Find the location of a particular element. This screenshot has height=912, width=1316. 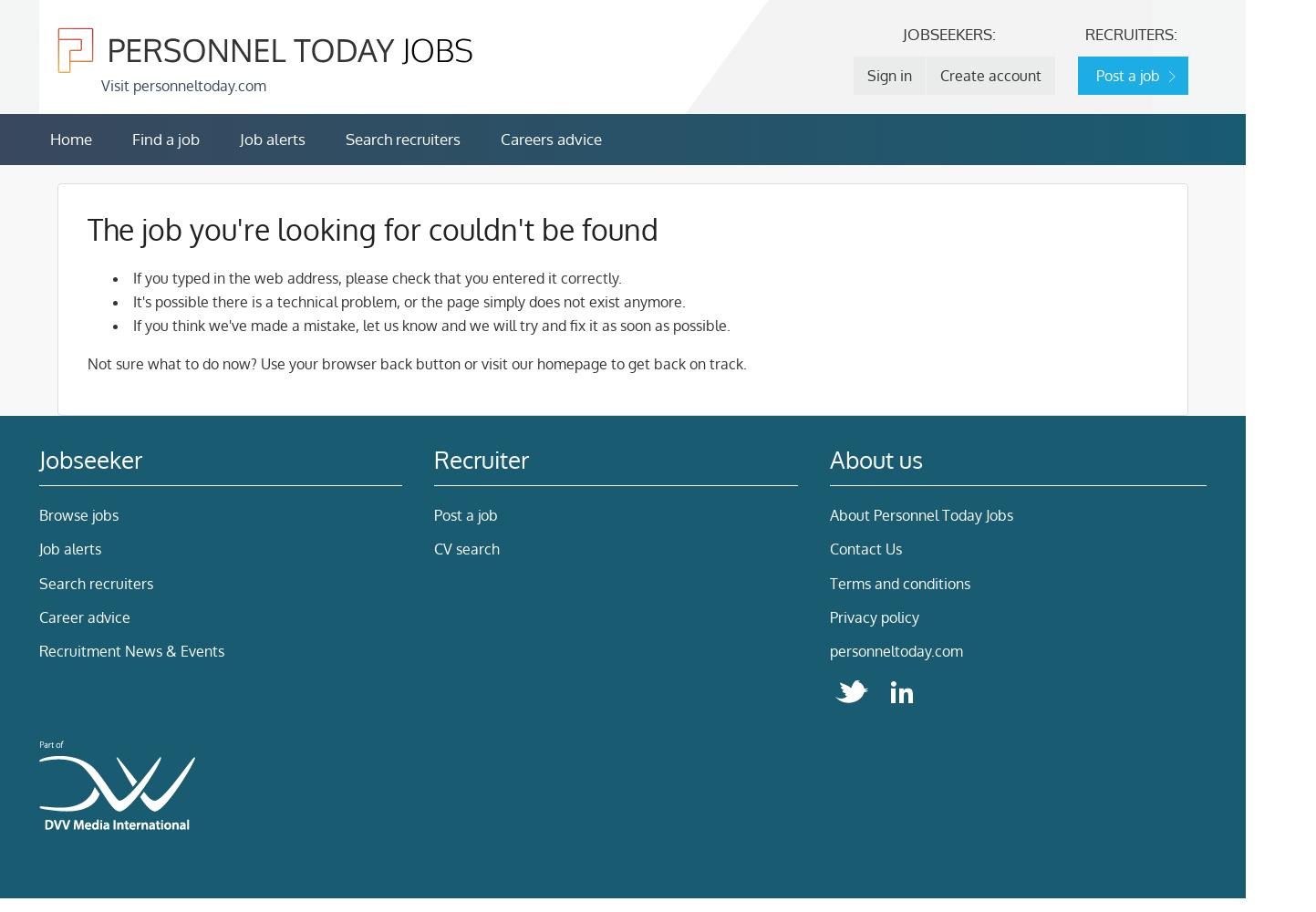

'visit our homepage' is located at coordinates (544, 364).